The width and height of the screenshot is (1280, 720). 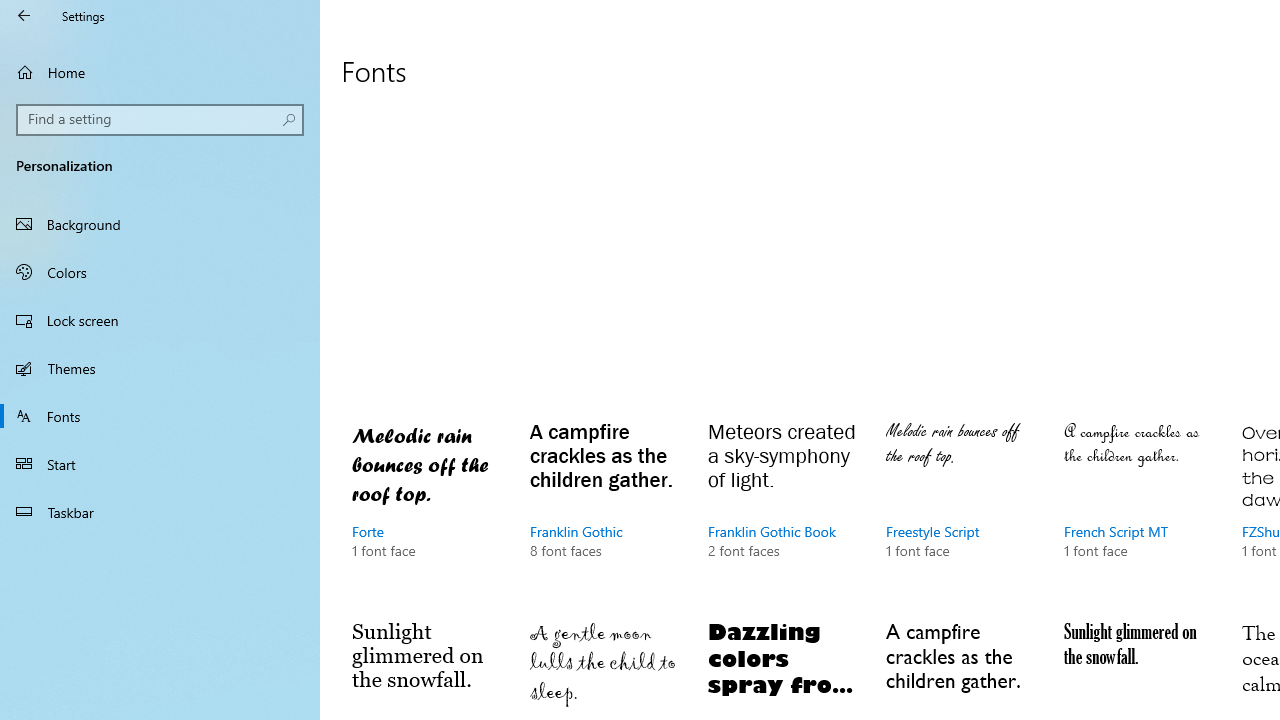 I want to click on 'Fonts', so click(x=160, y=414).